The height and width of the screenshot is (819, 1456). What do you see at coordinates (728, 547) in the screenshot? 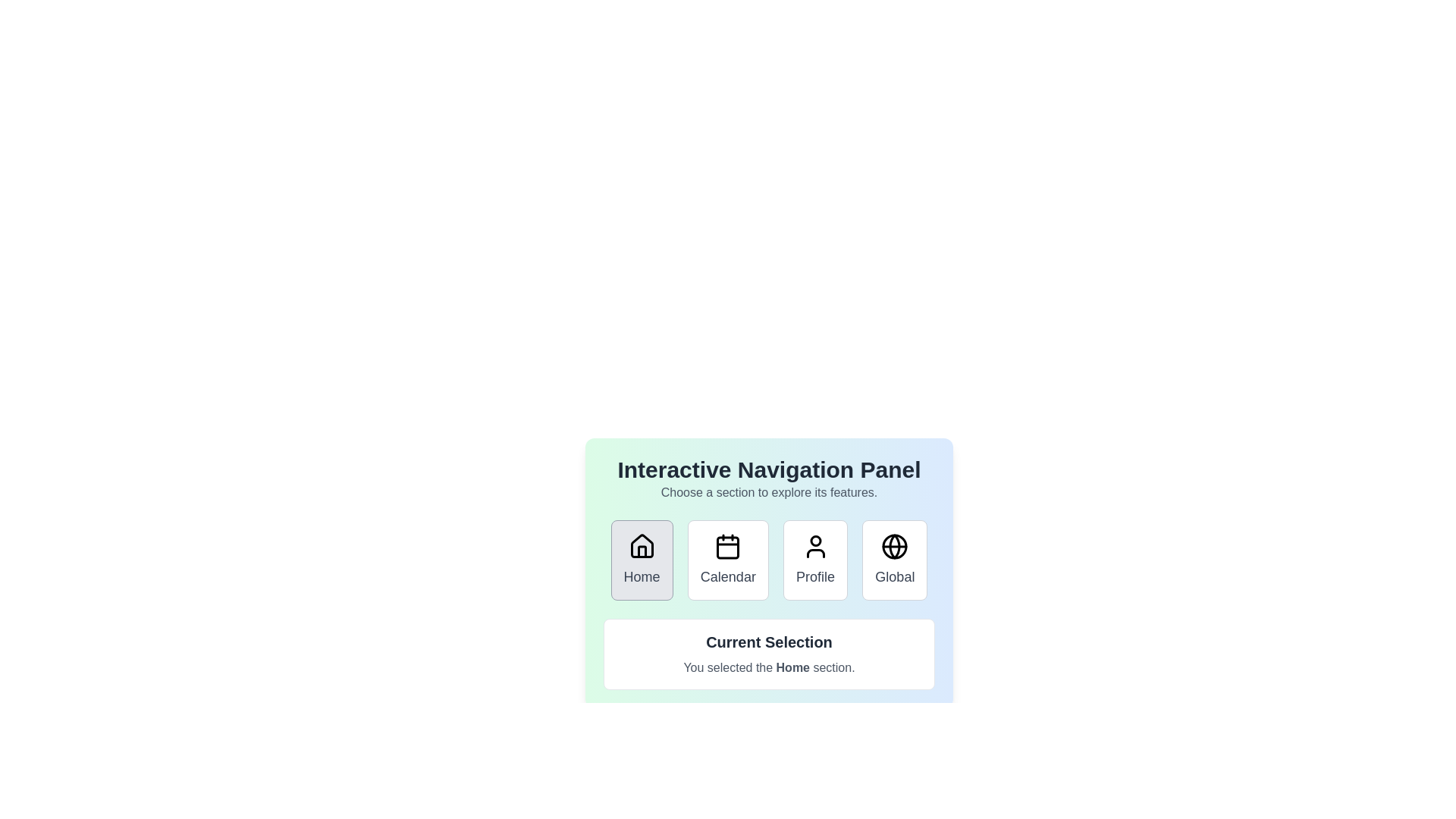
I see `the calendar icon located in the second button of the horizontal navigation bar, which is centered beneath the 'Interactive Navigation Panel' section header` at bounding box center [728, 547].